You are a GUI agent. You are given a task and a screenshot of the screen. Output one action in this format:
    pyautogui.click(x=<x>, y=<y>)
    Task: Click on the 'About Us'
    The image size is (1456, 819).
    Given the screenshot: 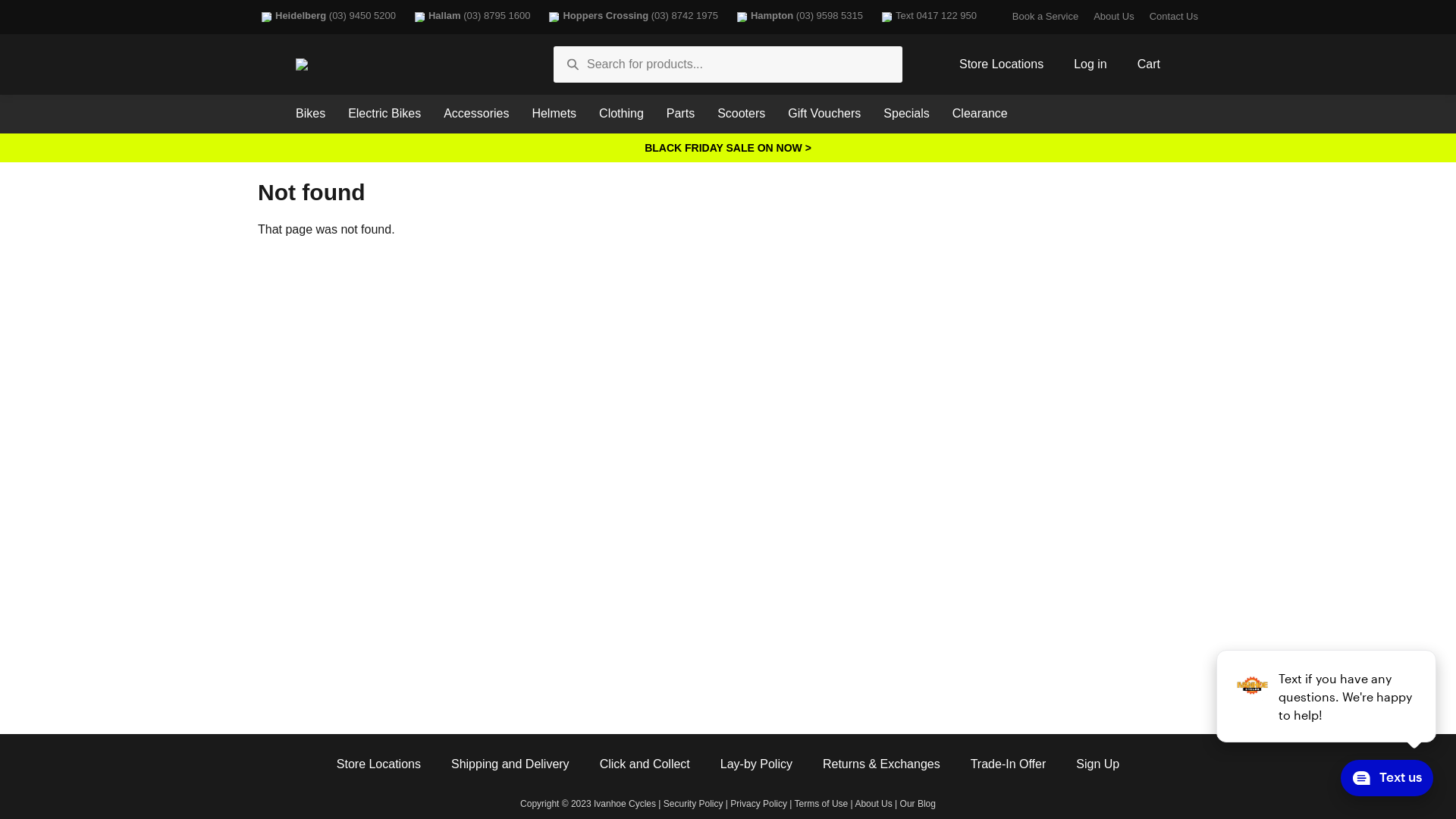 What is the action you would take?
    pyautogui.click(x=873, y=803)
    